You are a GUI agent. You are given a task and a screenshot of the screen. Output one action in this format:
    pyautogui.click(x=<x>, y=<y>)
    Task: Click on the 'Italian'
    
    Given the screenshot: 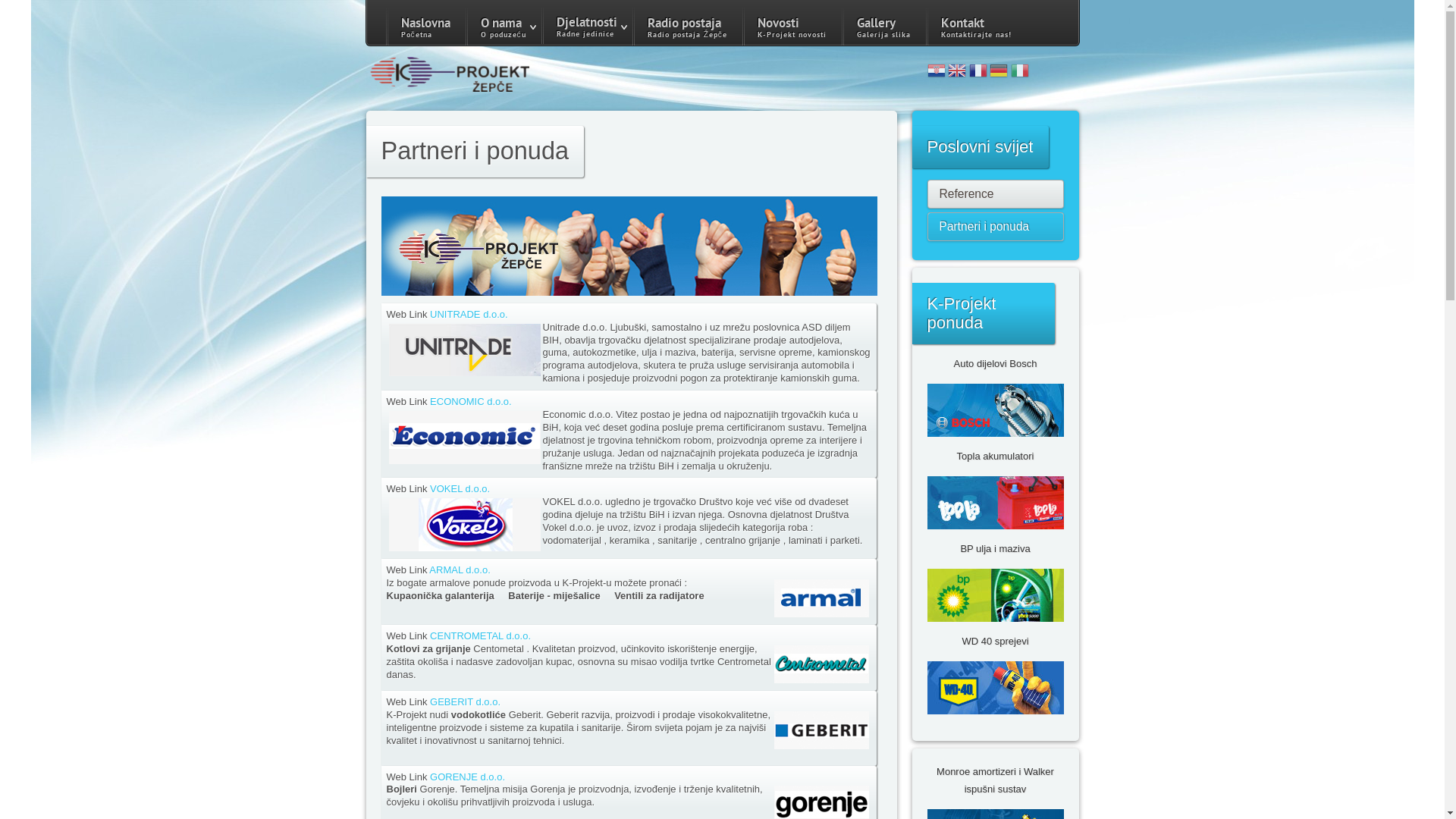 What is the action you would take?
    pyautogui.click(x=1019, y=72)
    